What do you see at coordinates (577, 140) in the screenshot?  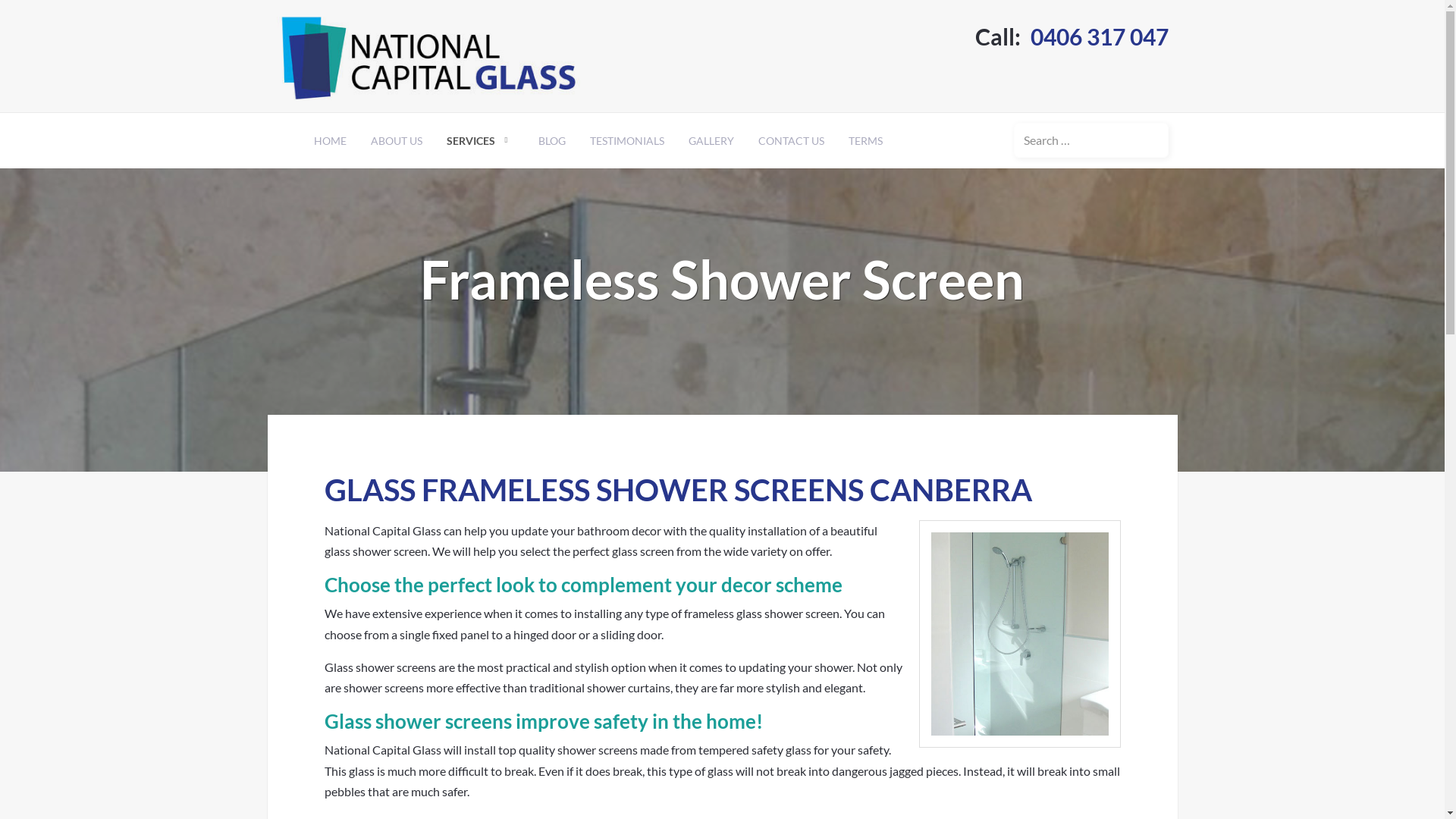 I see `'TESTIMONIALS'` at bounding box center [577, 140].